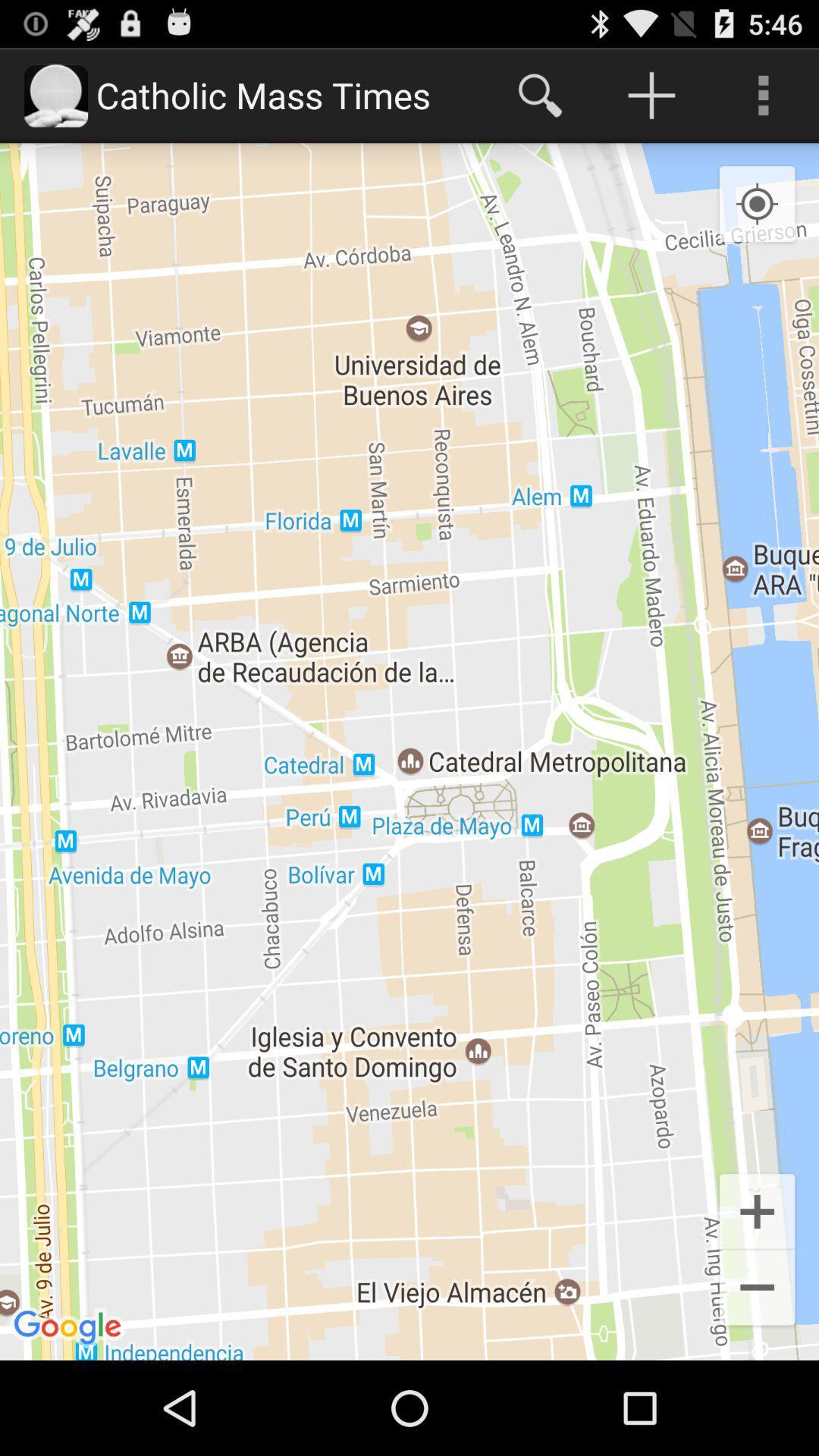 The image size is (819, 1456). What do you see at coordinates (409, 752) in the screenshot?
I see `the icon at the center` at bounding box center [409, 752].